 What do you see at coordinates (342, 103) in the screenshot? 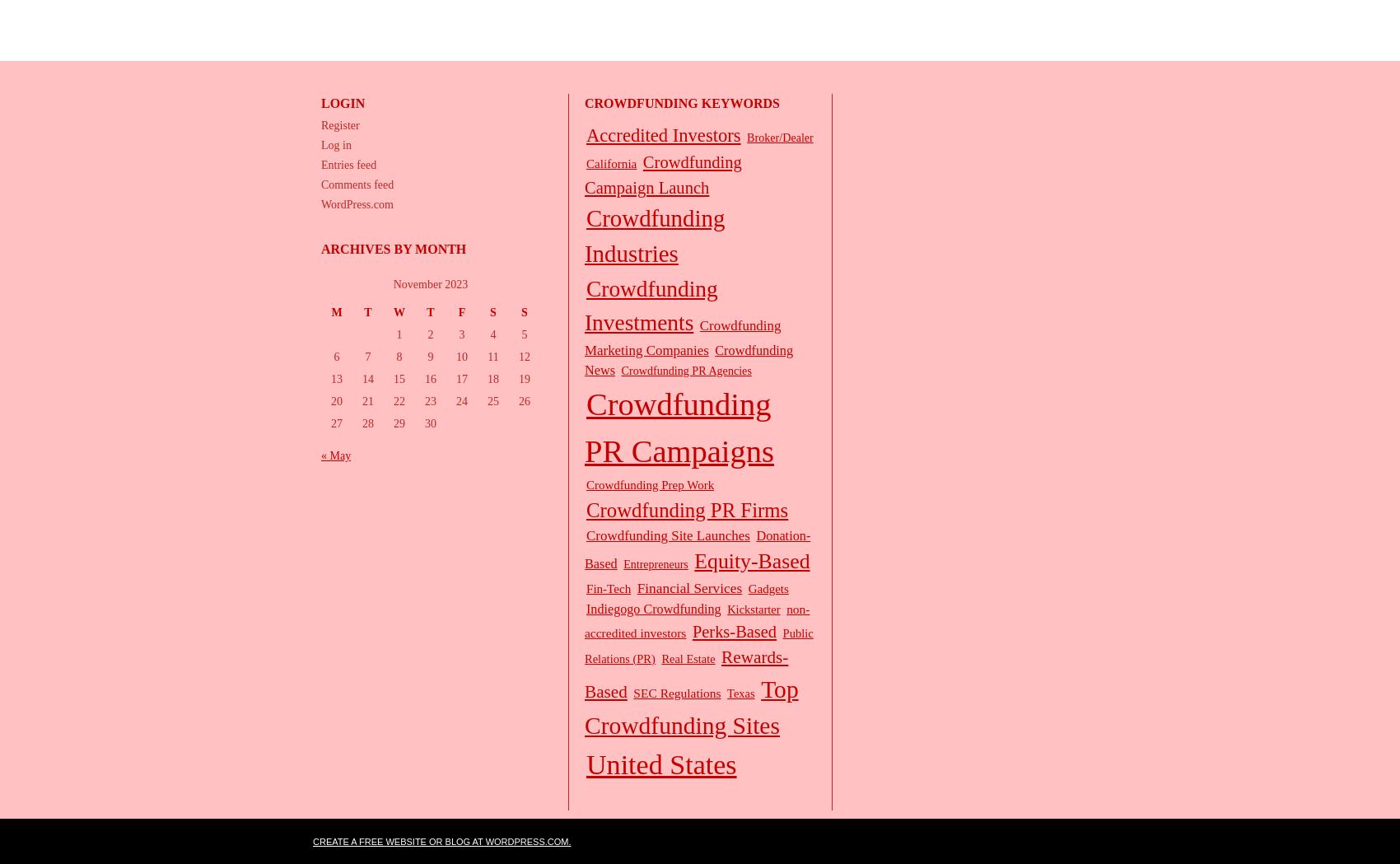
I see `'Login'` at bounding box center [342, 103].